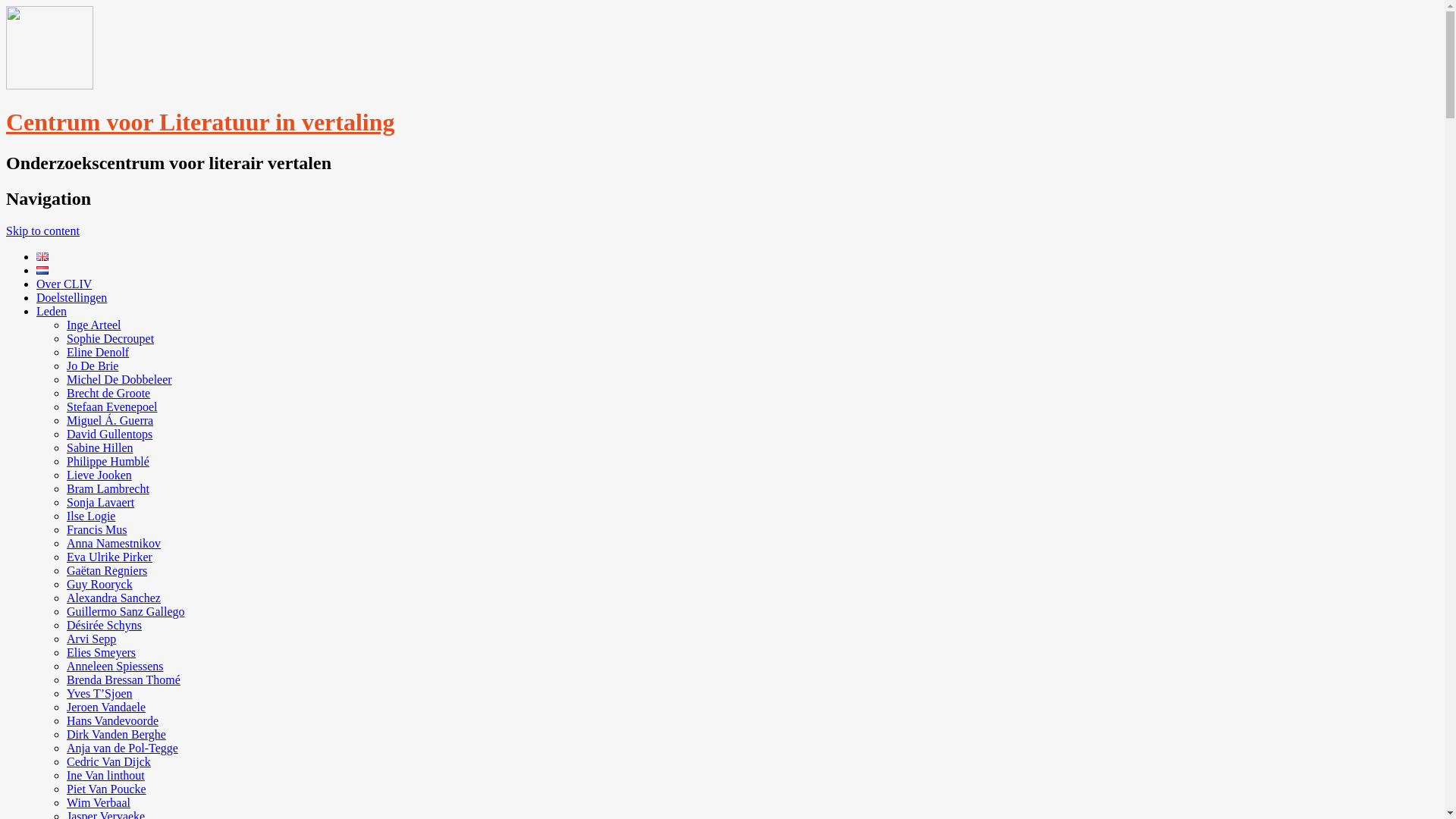 The width and height of the screenshot is (1456, 819). Describe the element at coordinates (108, 392) in the screenshot. I see `'Brecht de Groote'` at that location.